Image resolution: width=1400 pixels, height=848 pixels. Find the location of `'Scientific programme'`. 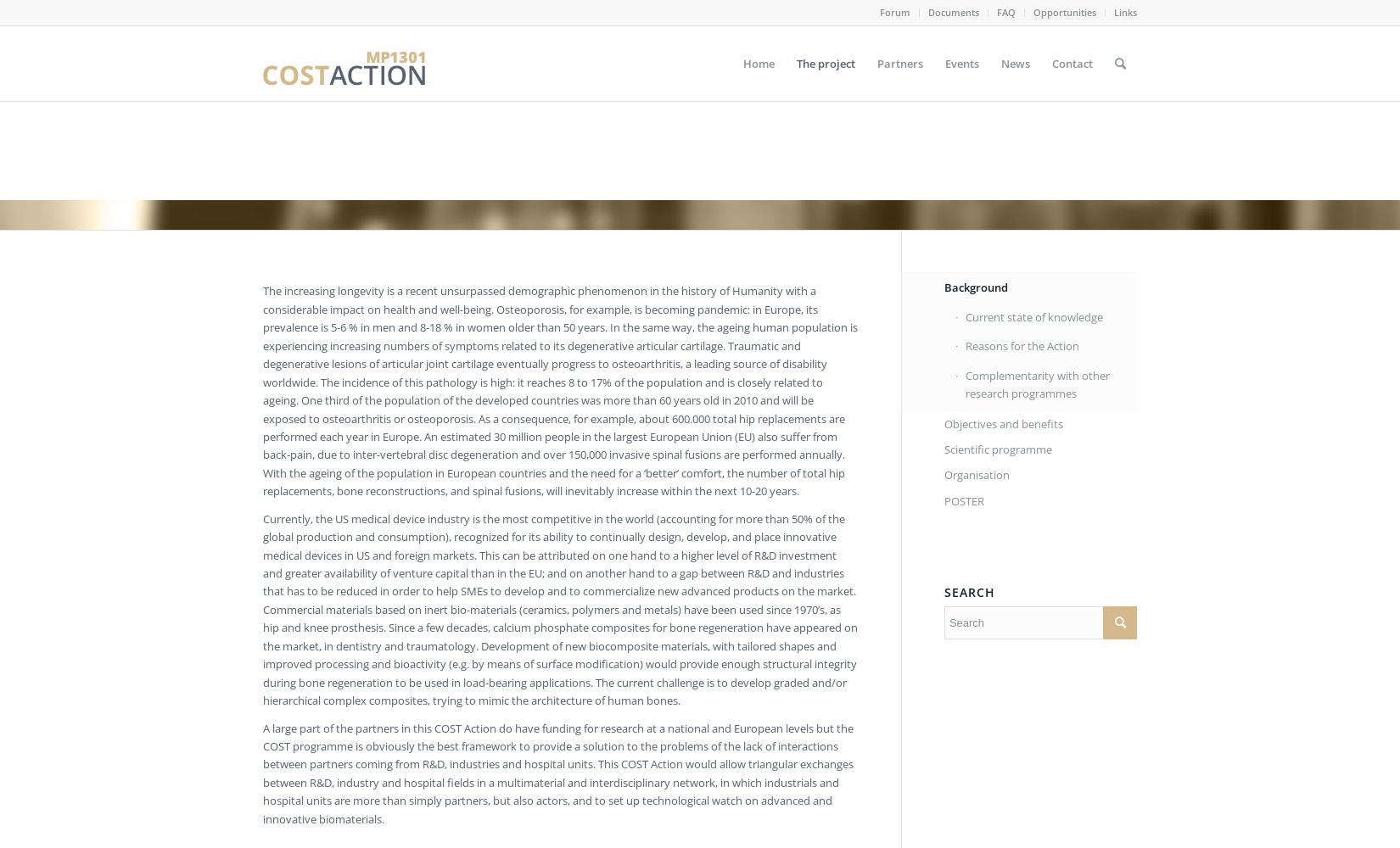

'Scientific programme' is located at coordinates (943, 449).